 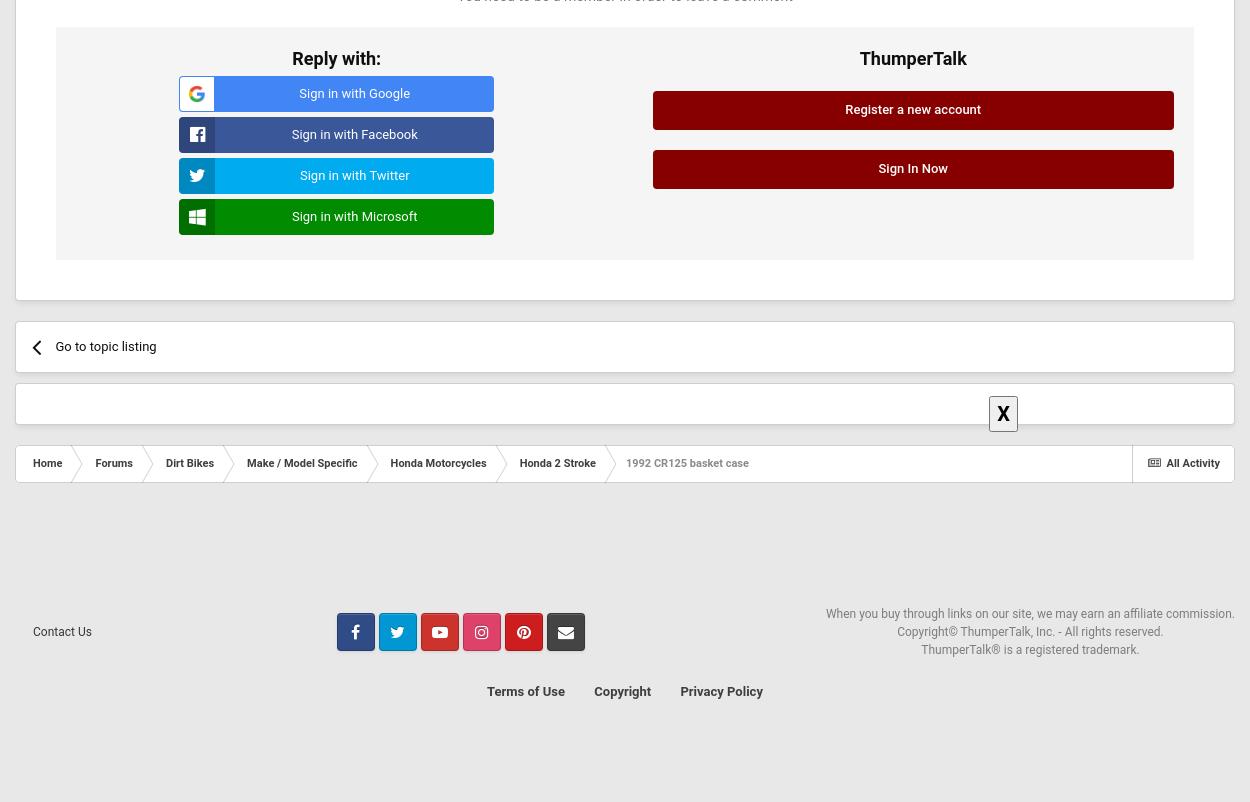 I want to click on 'Home', so click(x=33, y=461).